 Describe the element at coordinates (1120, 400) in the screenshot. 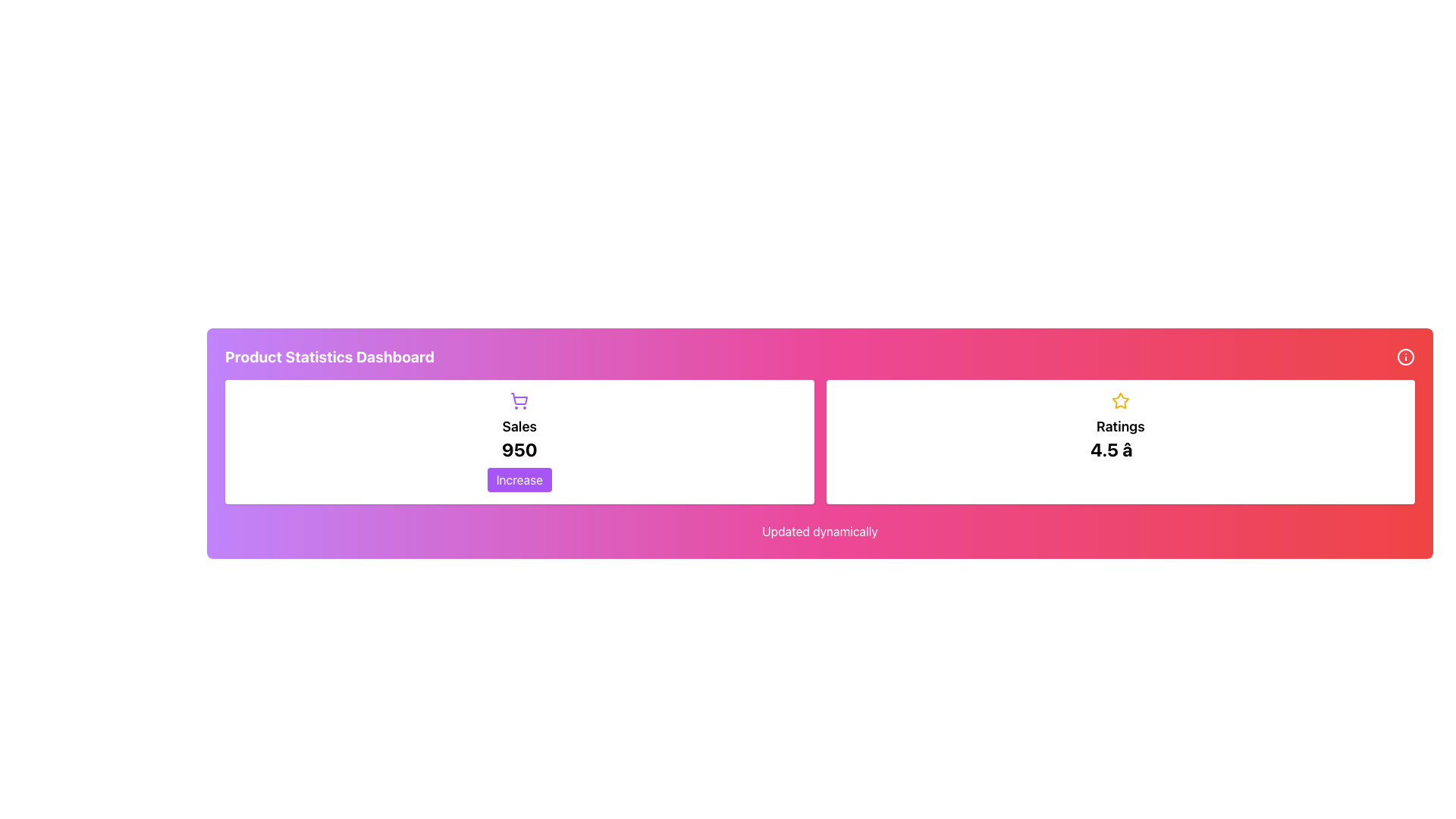

I see `the star icon located centrally within the 'Ratings' section of the interface, above the text '4.5 â' and below the main header of the card` at that location.